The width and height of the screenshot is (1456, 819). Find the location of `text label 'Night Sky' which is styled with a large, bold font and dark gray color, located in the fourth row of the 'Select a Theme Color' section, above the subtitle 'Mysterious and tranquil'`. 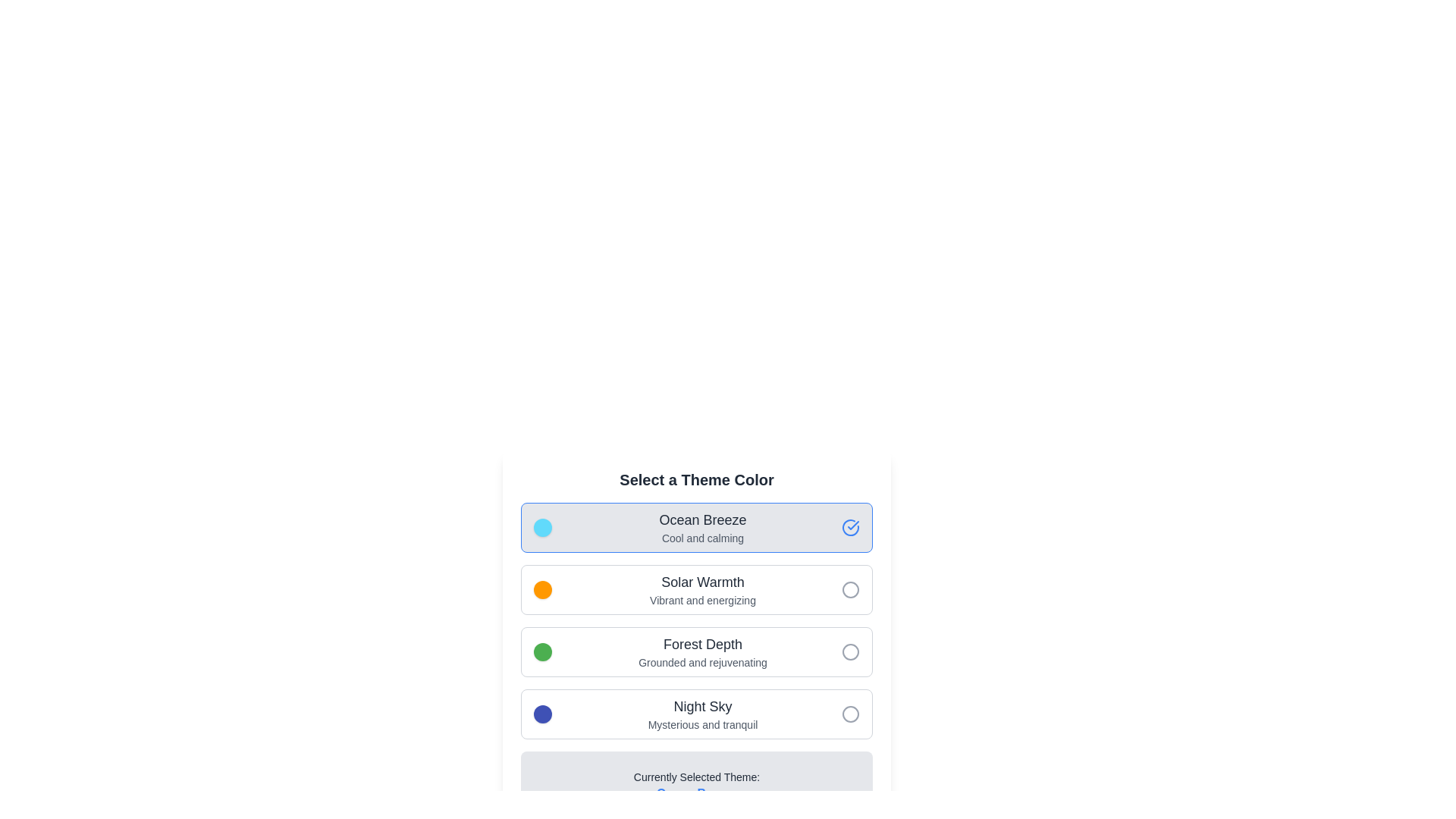

text label 'Night Sky' which is styled with a large, bold font and dark gray color, located in the fourth row of the 'Select a Theme Color' section, above the subtitle 'Mysterious and tranquil' is located at coordinates (701, 707).